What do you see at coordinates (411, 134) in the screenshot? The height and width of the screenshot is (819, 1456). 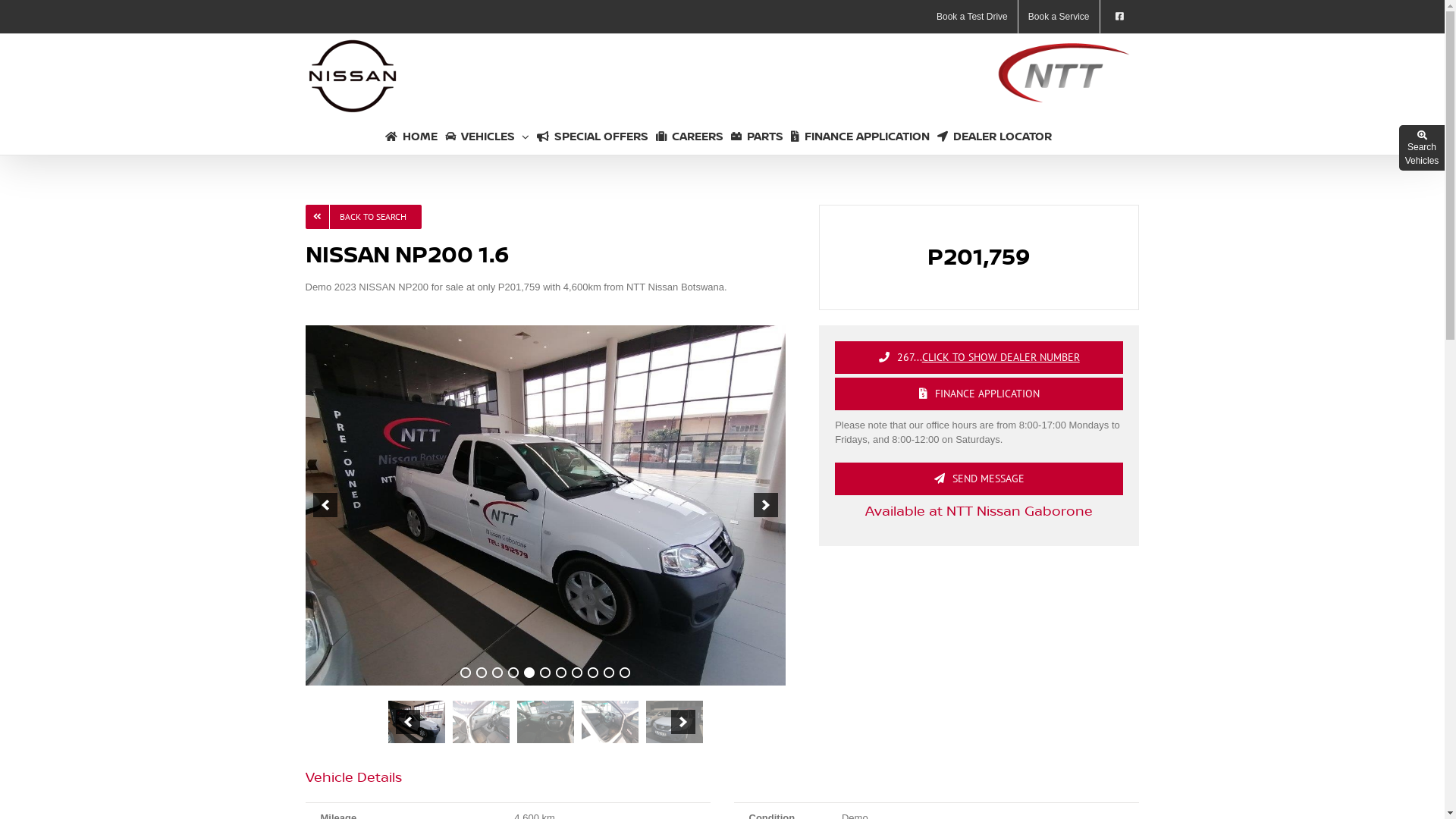 I see `'HOME'` at bounding box center [411, 134].